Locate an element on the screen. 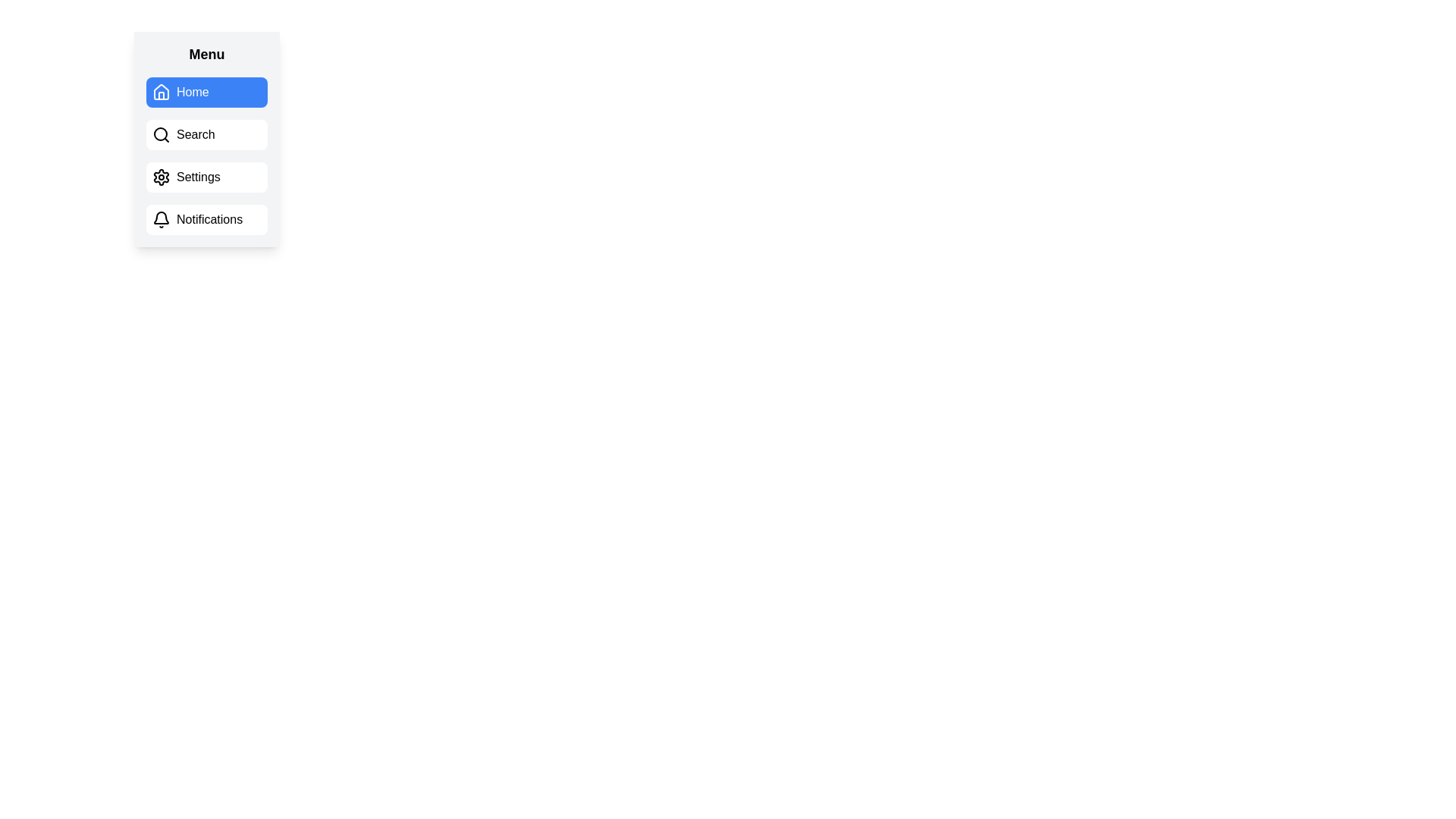 This screenshot has width=1456, height=819. the bold, capitalized 'Menu' static text label at the top of the menu panel is located at coordinates (206, 54).